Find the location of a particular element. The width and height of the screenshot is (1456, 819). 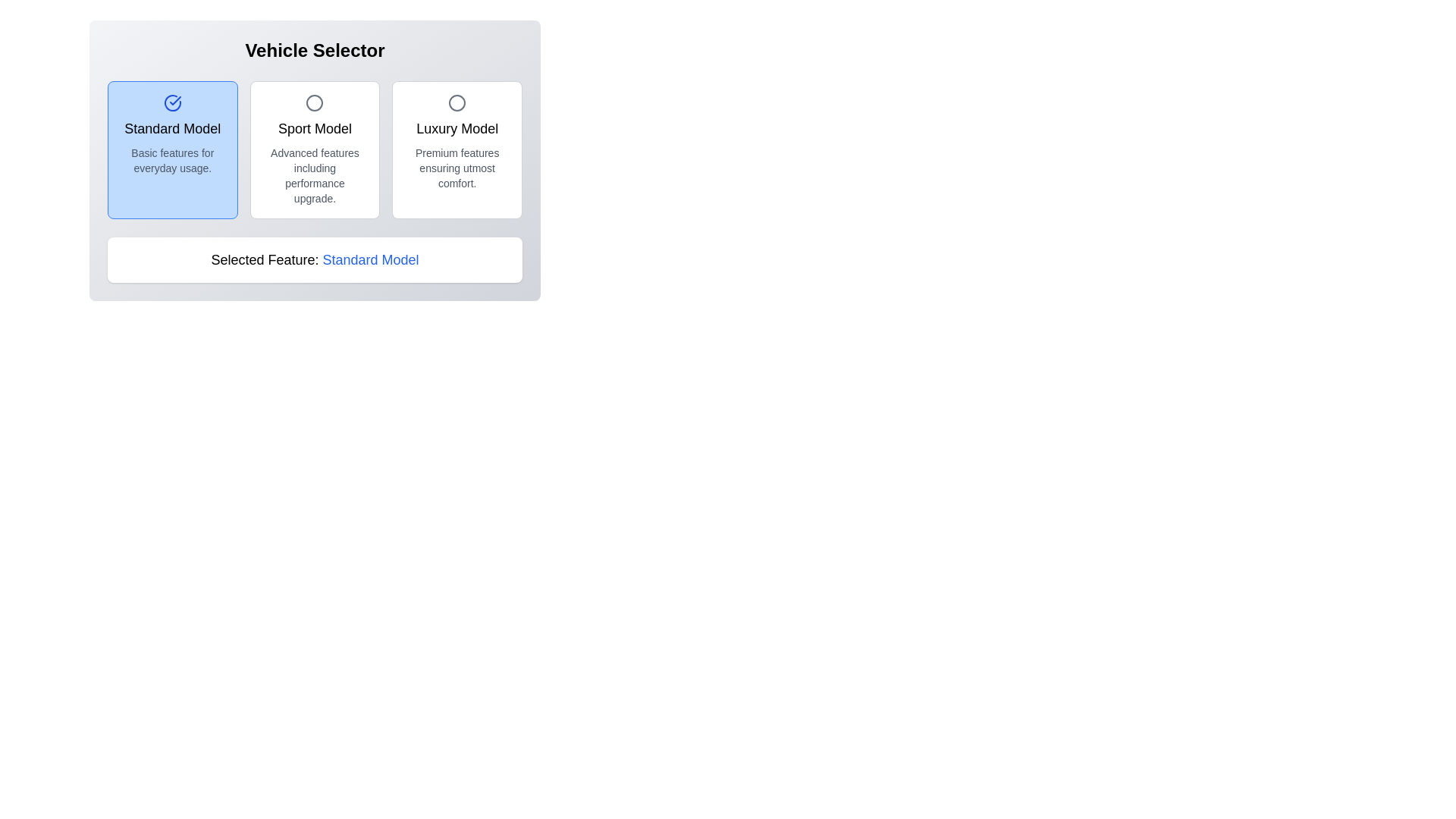

the filled circle inside the outlined square icon of the 'Luxury Model' card, which is the third card in the row under the 'Vehicle Selector' label is located at coordinates (457, 102).